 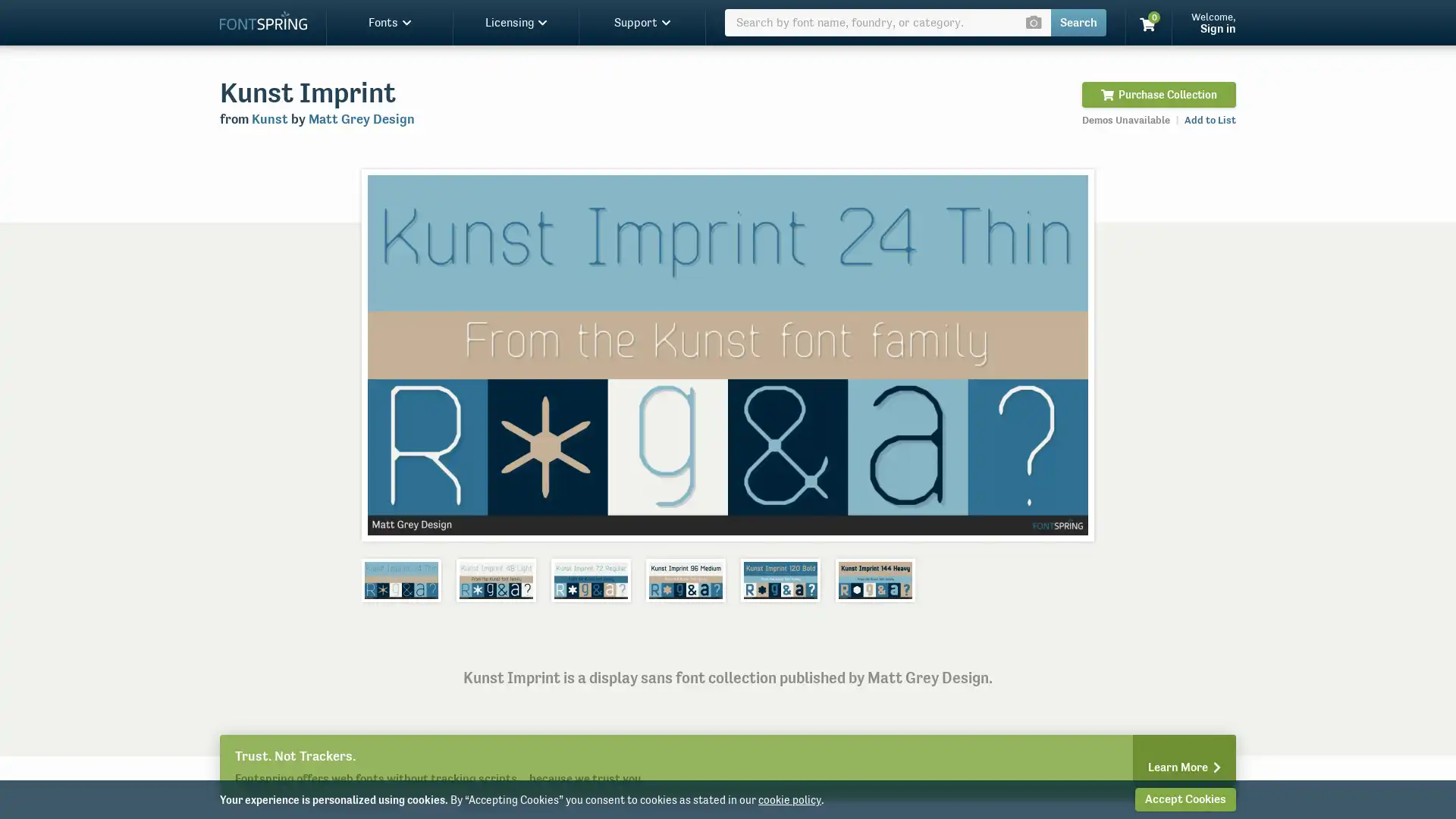 What do you see at coordinates (1158, 94) in the screenshot?
I see `Purchase Collection` at bounding box center [1158, 94].